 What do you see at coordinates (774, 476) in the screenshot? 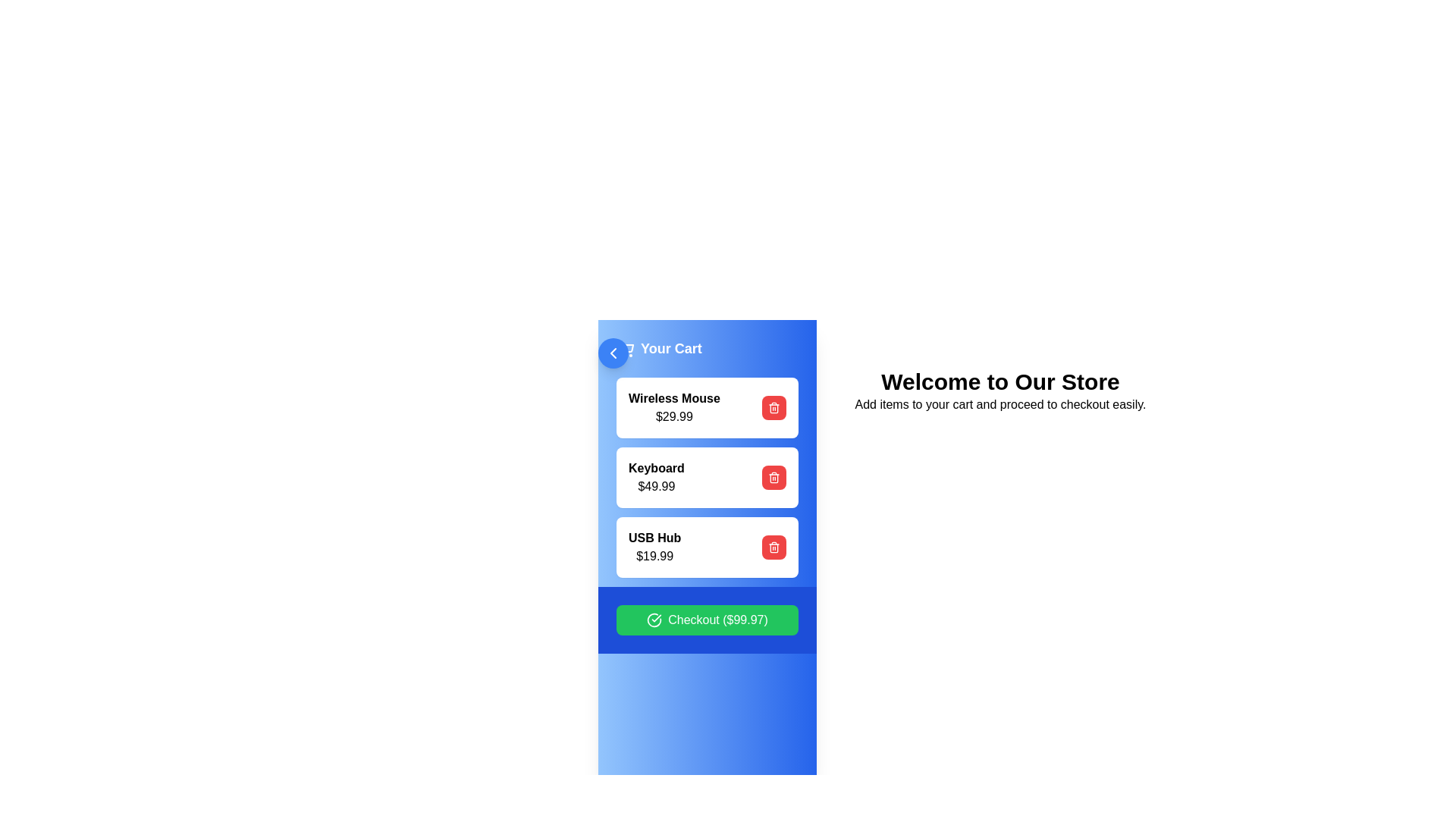
I see `the button with a trash can icon on a red background to initiate item deletion` at bounding box center [774, 476].